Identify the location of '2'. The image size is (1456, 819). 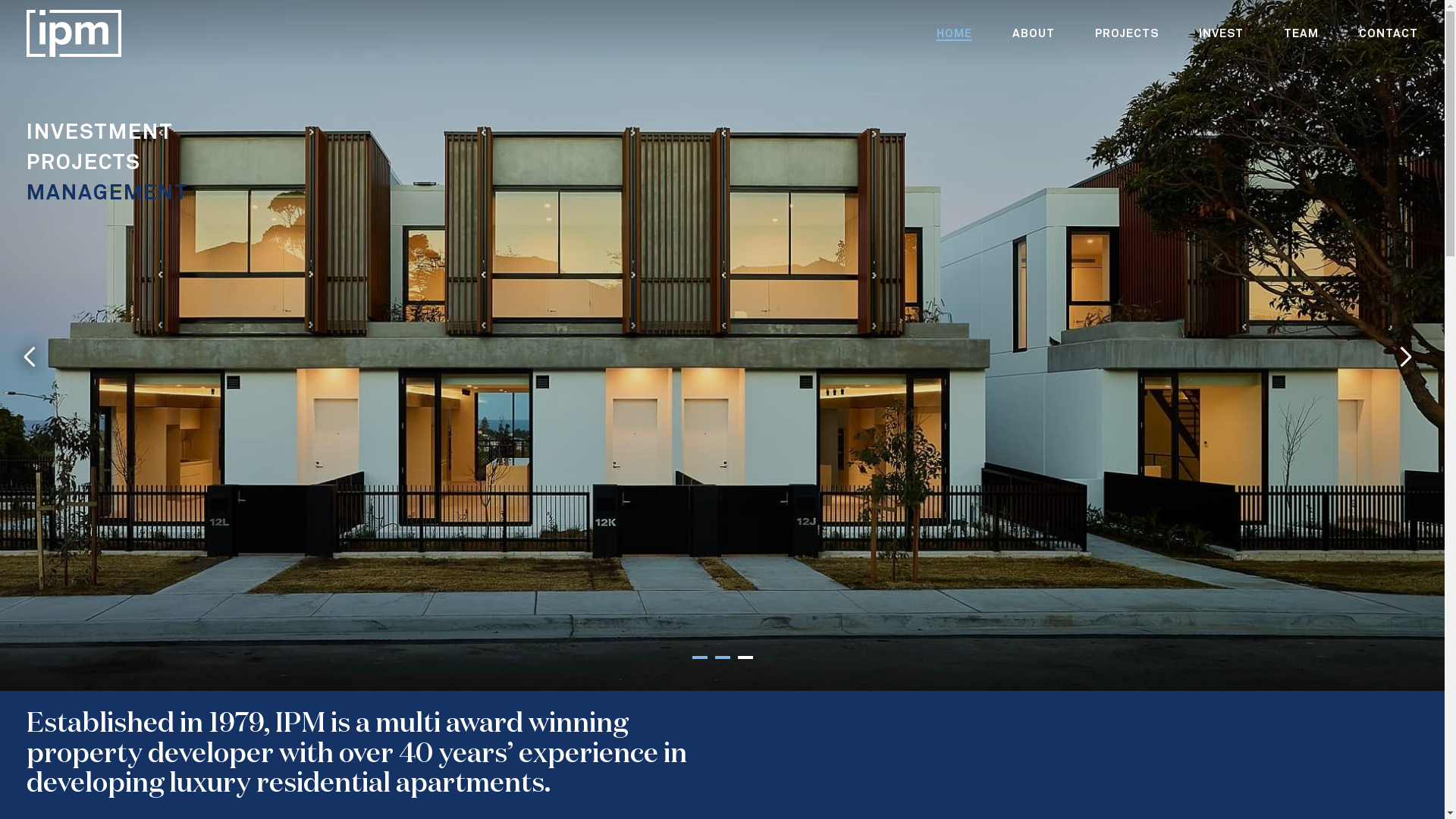
(720, 657).